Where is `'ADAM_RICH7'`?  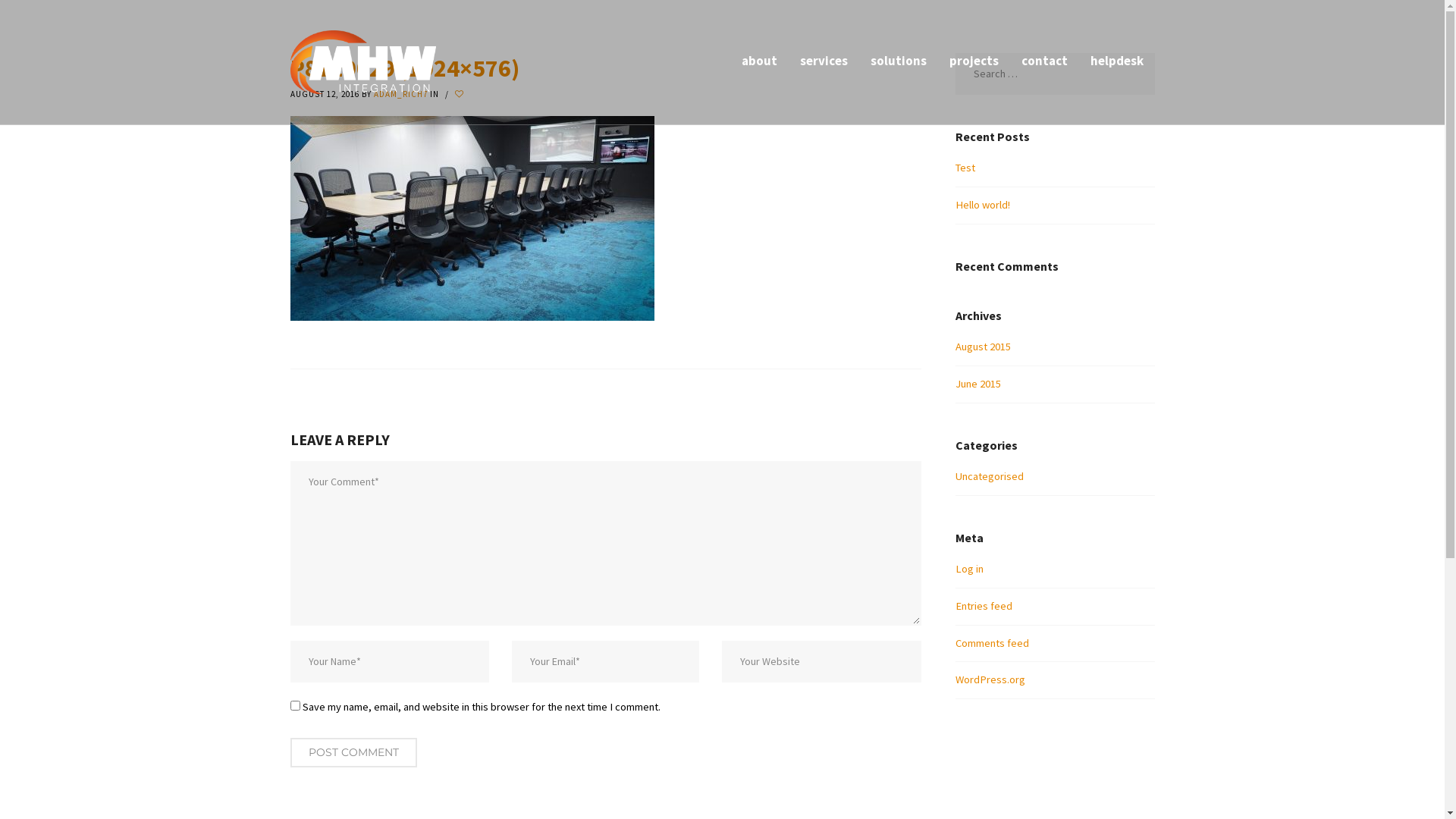
'ADAM_RICH7' is located at coordinates (372, 93).